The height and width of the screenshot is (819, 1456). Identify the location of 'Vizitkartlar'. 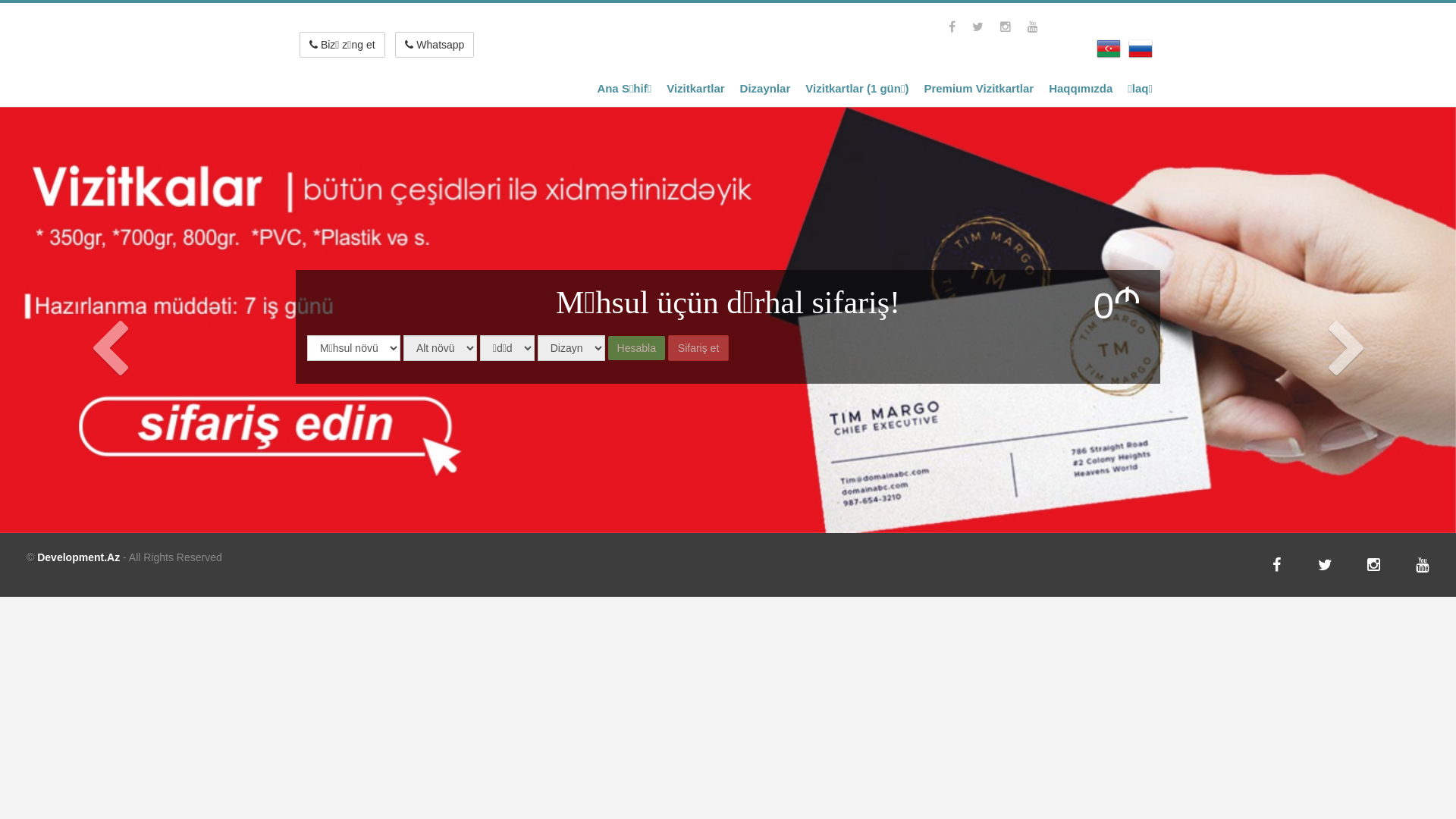
(658, 89).